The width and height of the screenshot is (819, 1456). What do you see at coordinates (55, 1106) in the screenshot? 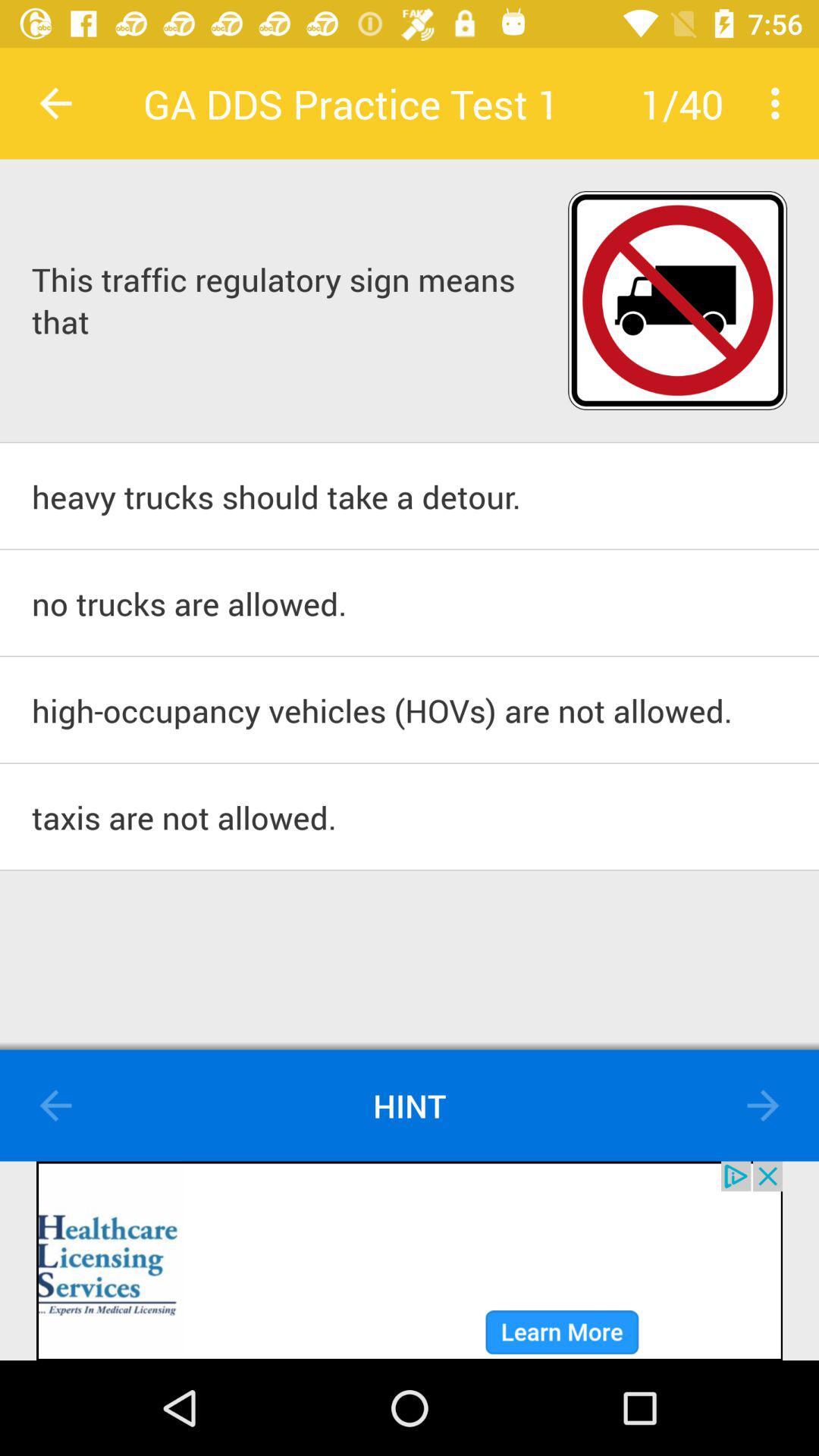
I see `the arrow_backward icon` at bounding box center [55, 1106].